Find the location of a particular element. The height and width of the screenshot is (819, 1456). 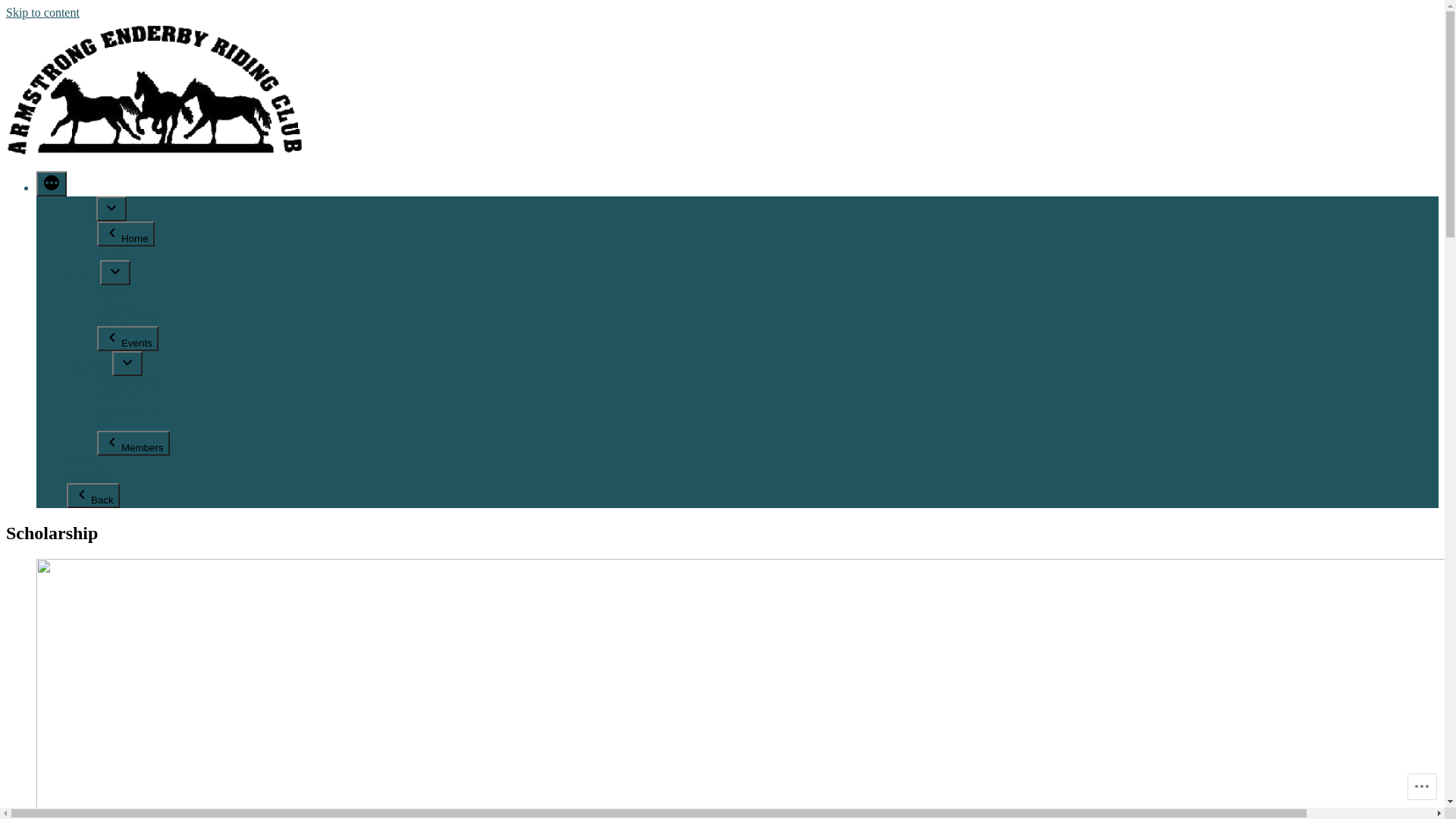

'Events' is located at coordinates (96, 337).